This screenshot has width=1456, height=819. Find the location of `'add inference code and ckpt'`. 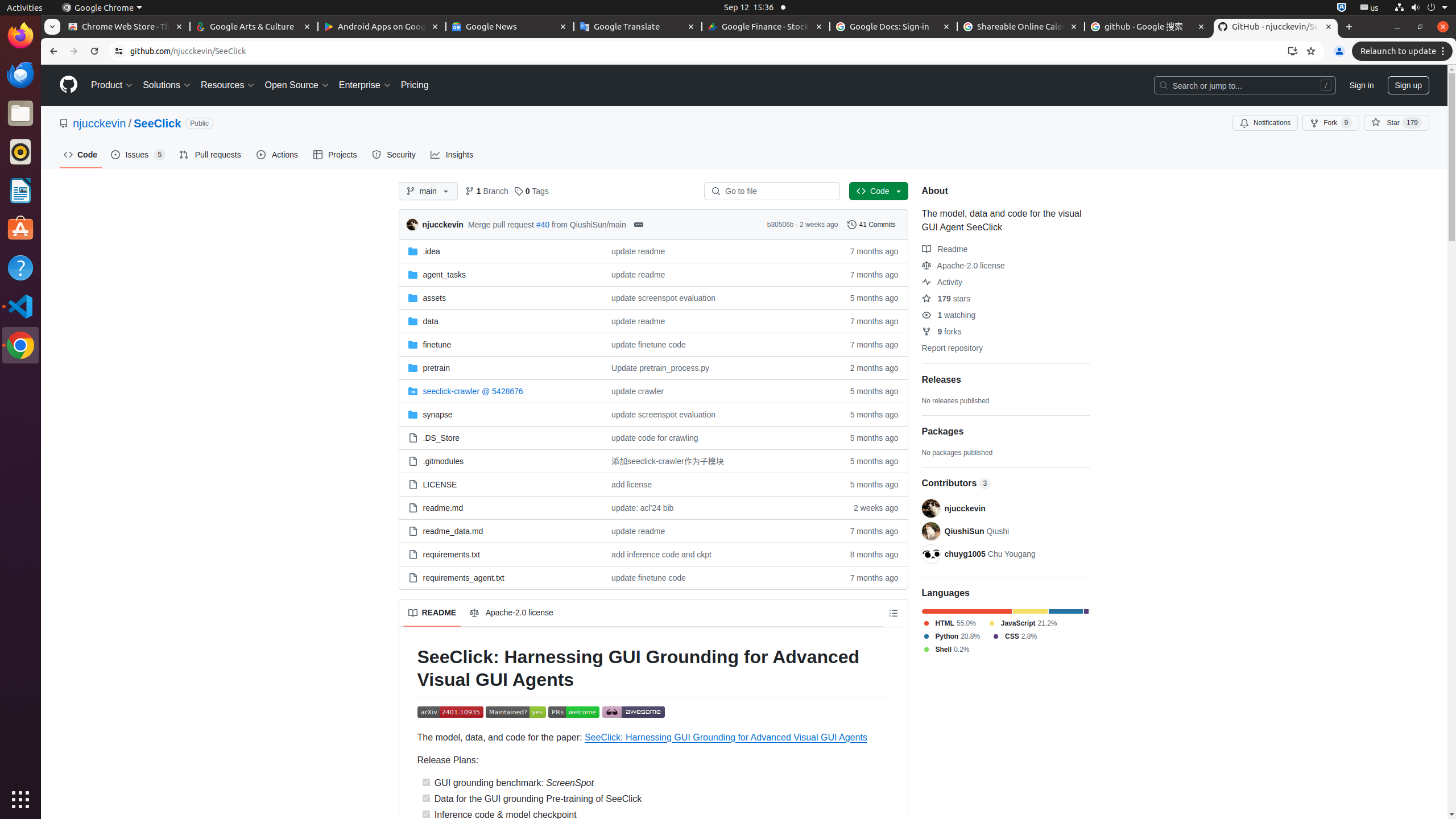

'add inference code and ckpt' is located at coordinates (661, 553).